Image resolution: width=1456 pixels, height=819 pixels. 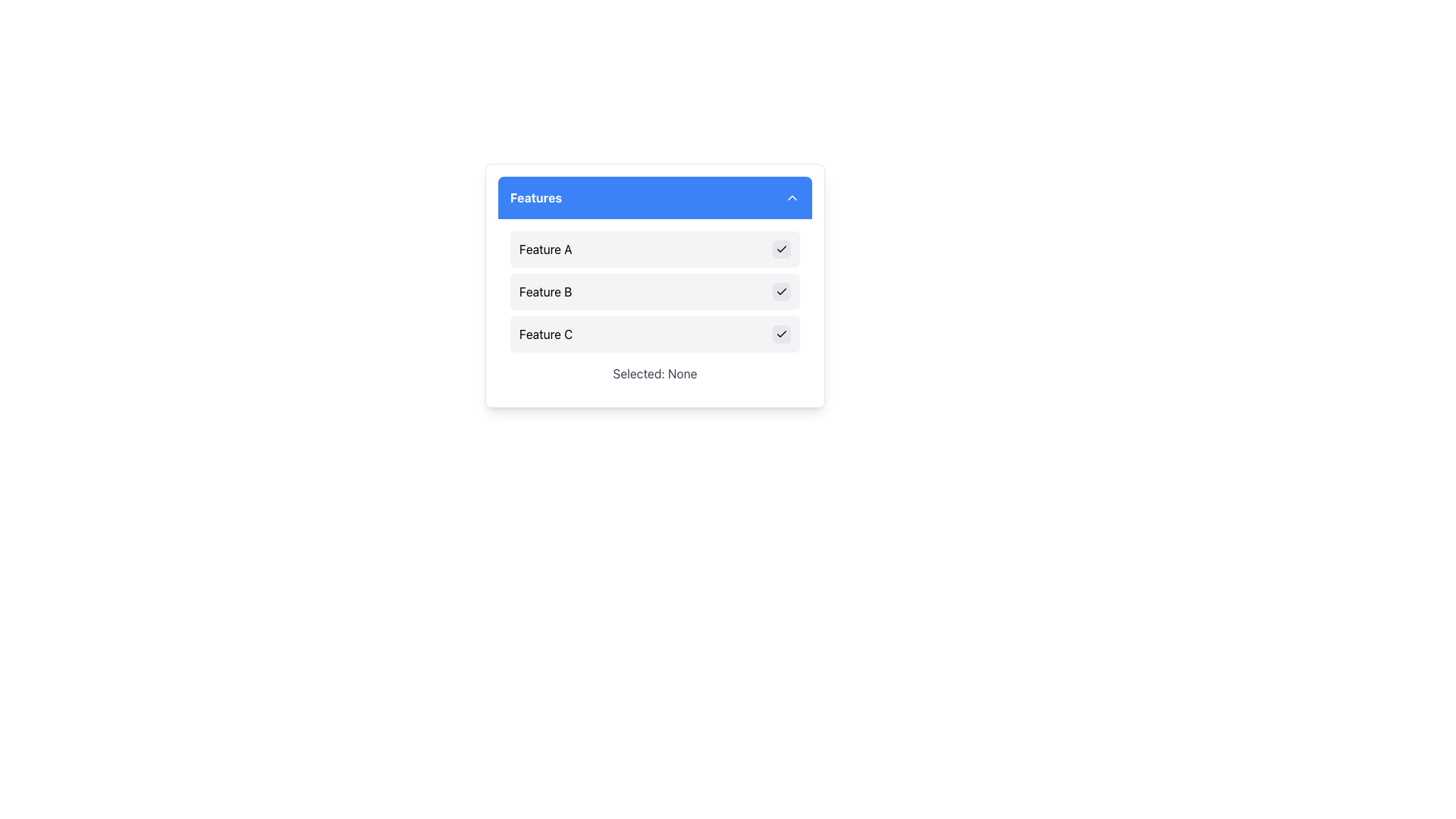 What do you see at coordinates (782, 248) in the screenshot?
I see `the small checkmark icon with a rounded corner gray background located to the right side of the 'Feature A' row in the 'Features' section` at bounding box center [782, 248].